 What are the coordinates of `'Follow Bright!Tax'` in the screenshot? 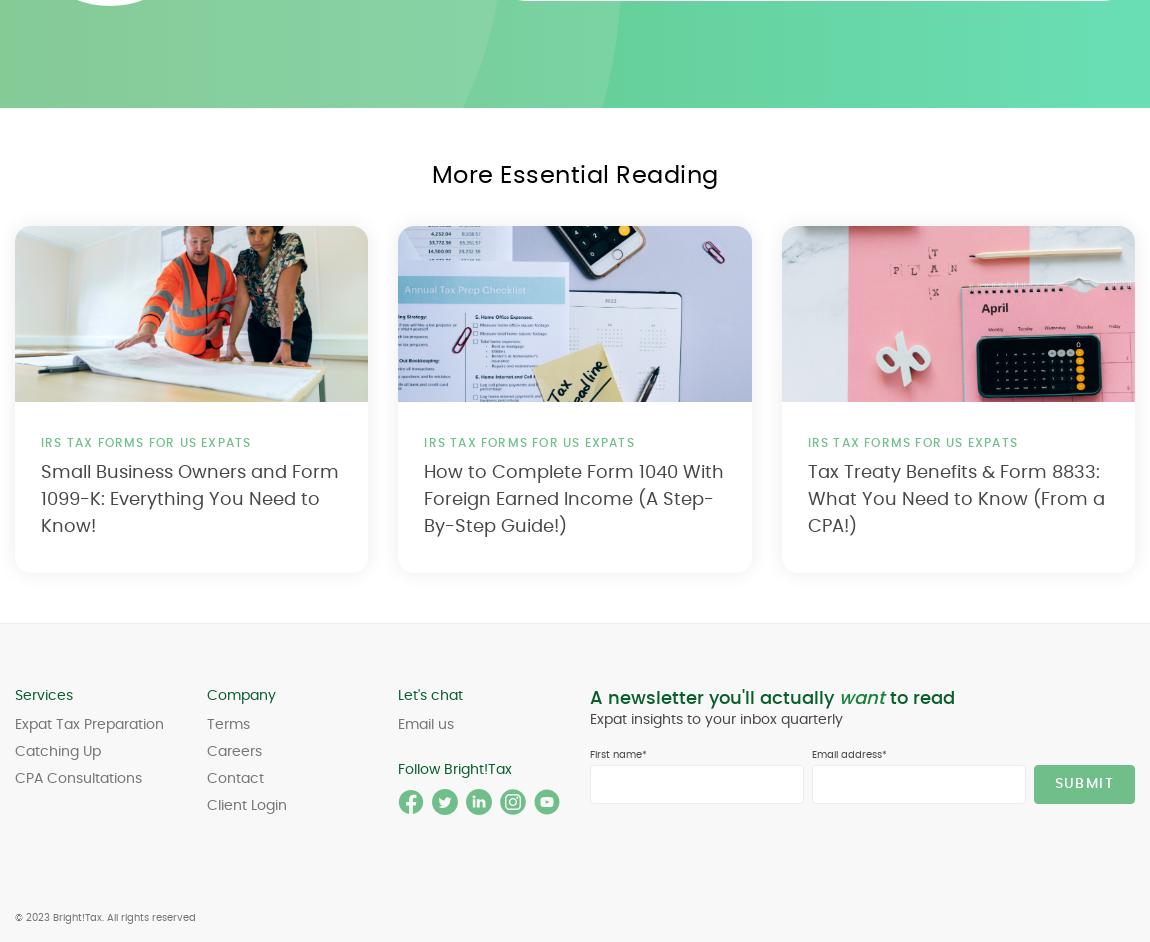 It's located at (398, 769).